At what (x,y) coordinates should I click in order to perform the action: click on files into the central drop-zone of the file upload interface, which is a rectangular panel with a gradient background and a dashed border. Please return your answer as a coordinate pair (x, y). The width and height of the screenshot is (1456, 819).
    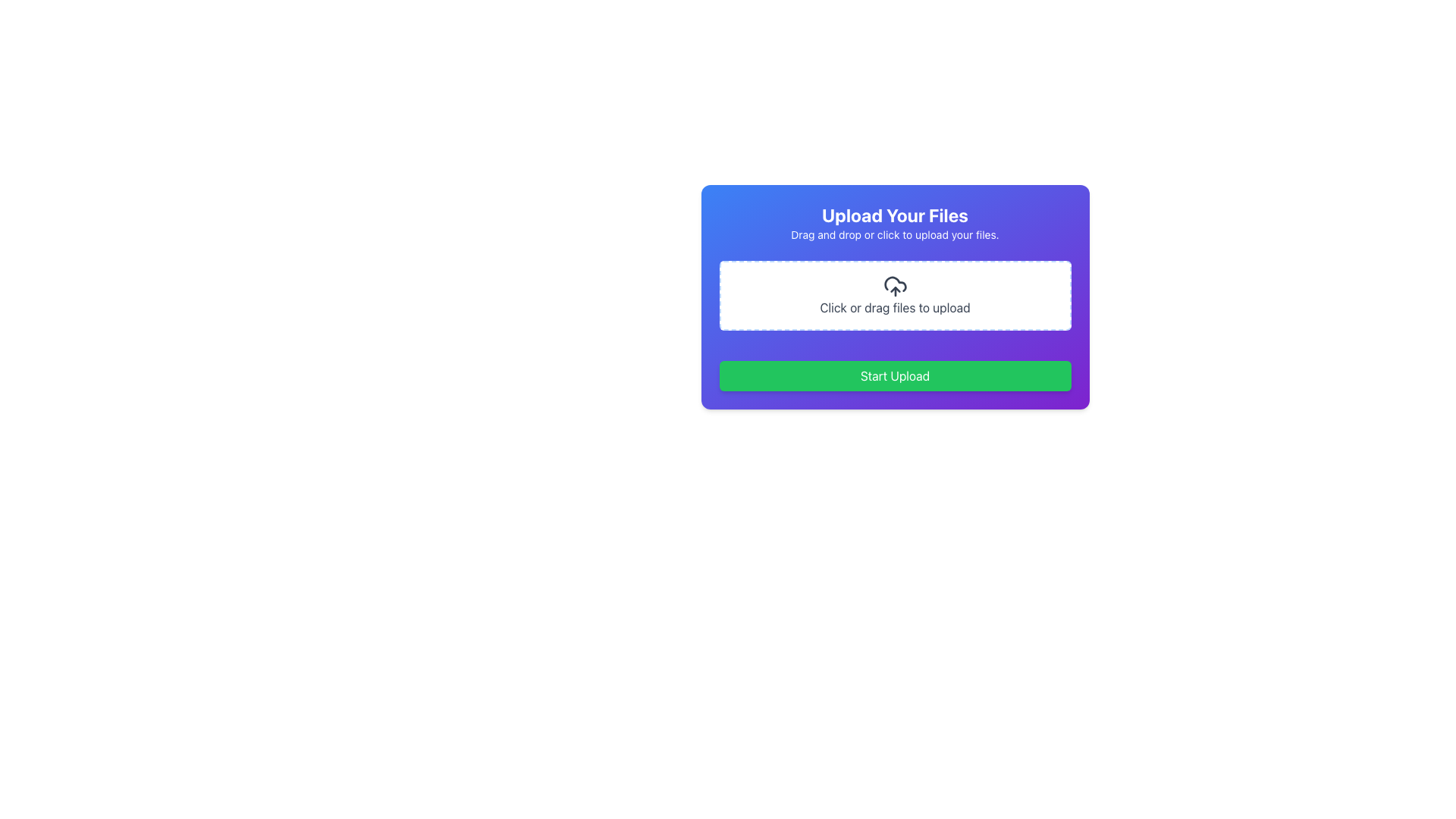
    Looking at the image, I should click on (895, 297).